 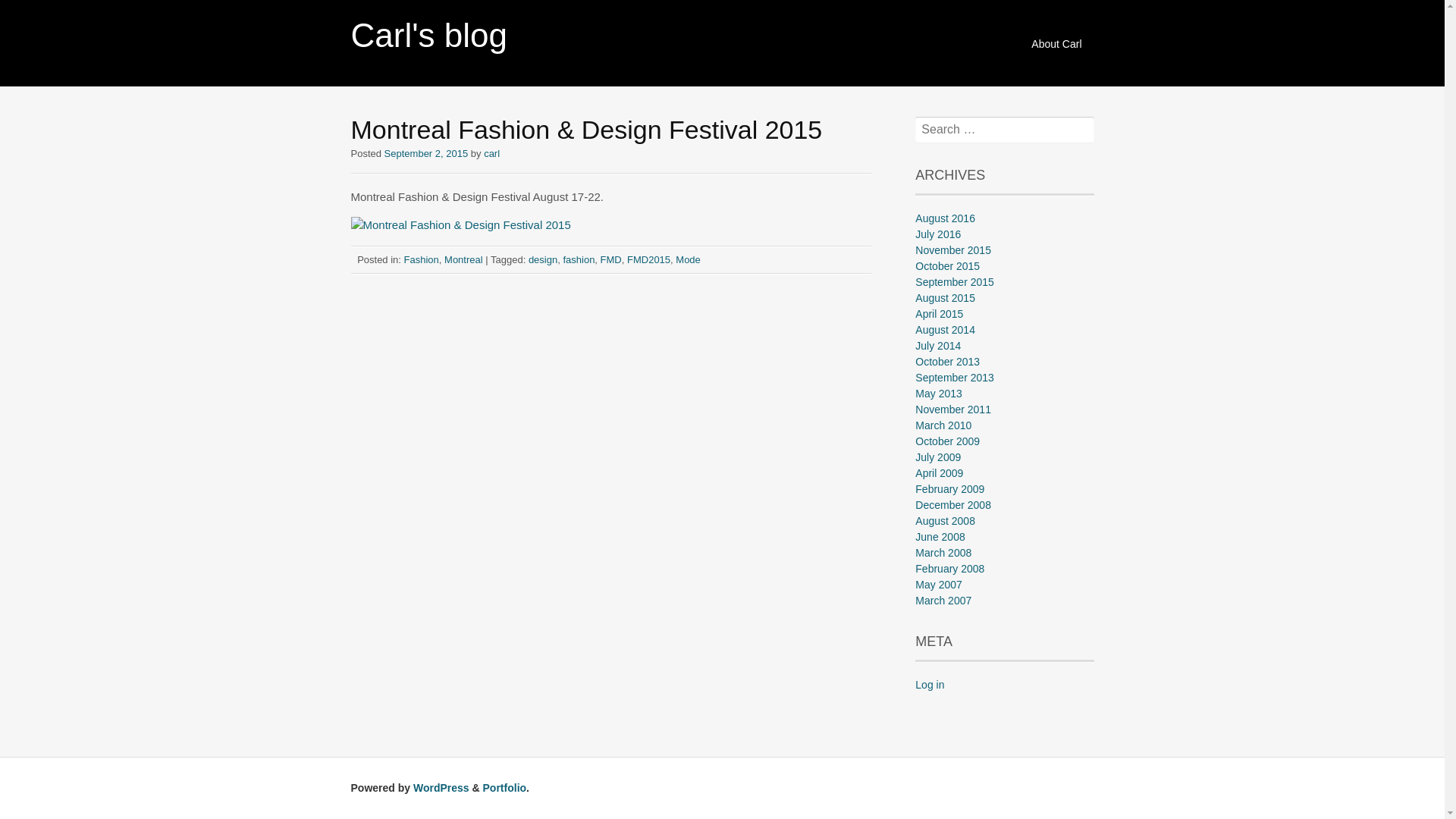 What do you see at coordinates (1022, 35) in the screenshot?
I see `'Skip to content'` at bounding box center [1022, 35].